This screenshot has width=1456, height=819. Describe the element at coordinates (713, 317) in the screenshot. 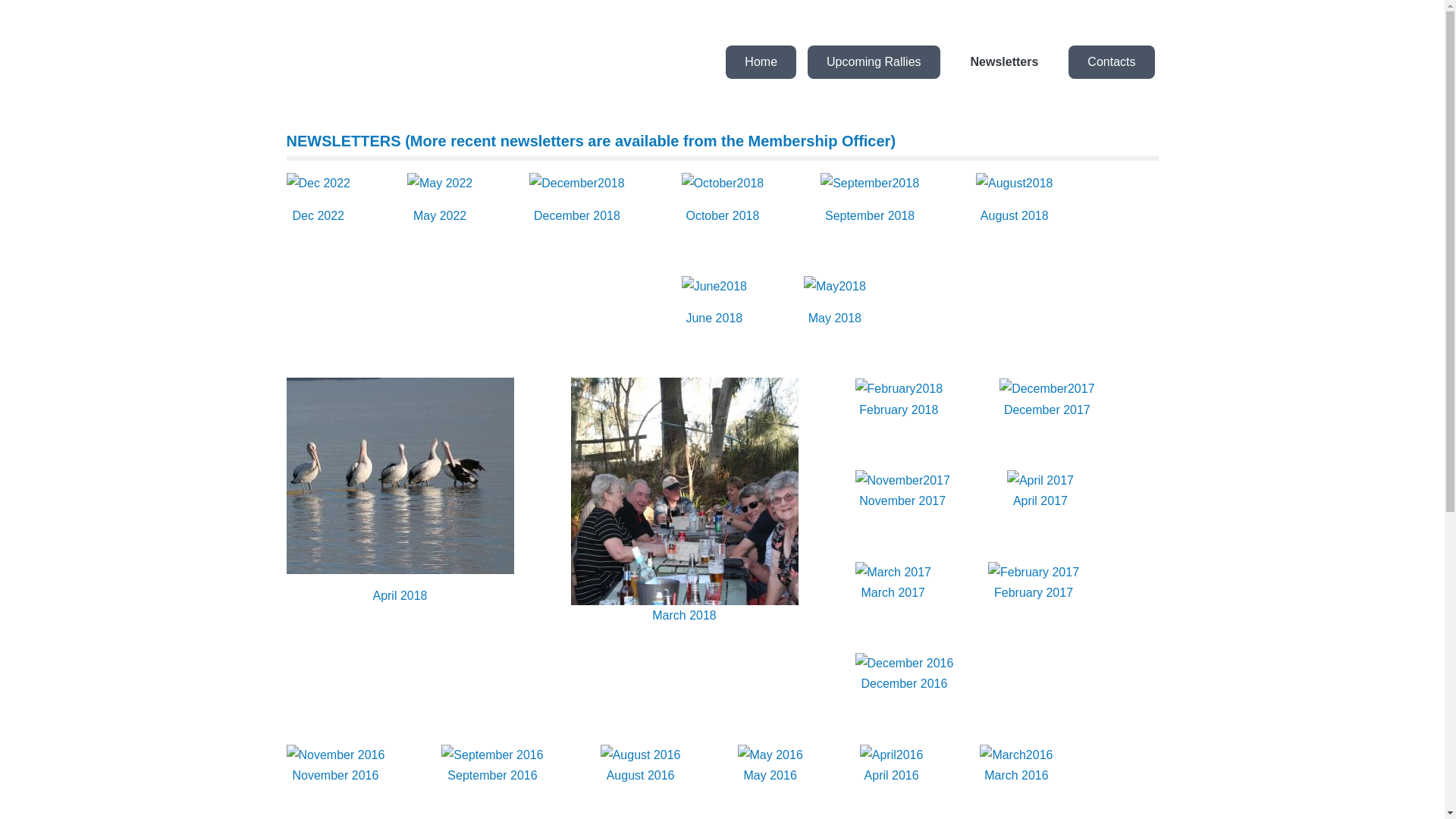

I see `'June 2018'` at that location.